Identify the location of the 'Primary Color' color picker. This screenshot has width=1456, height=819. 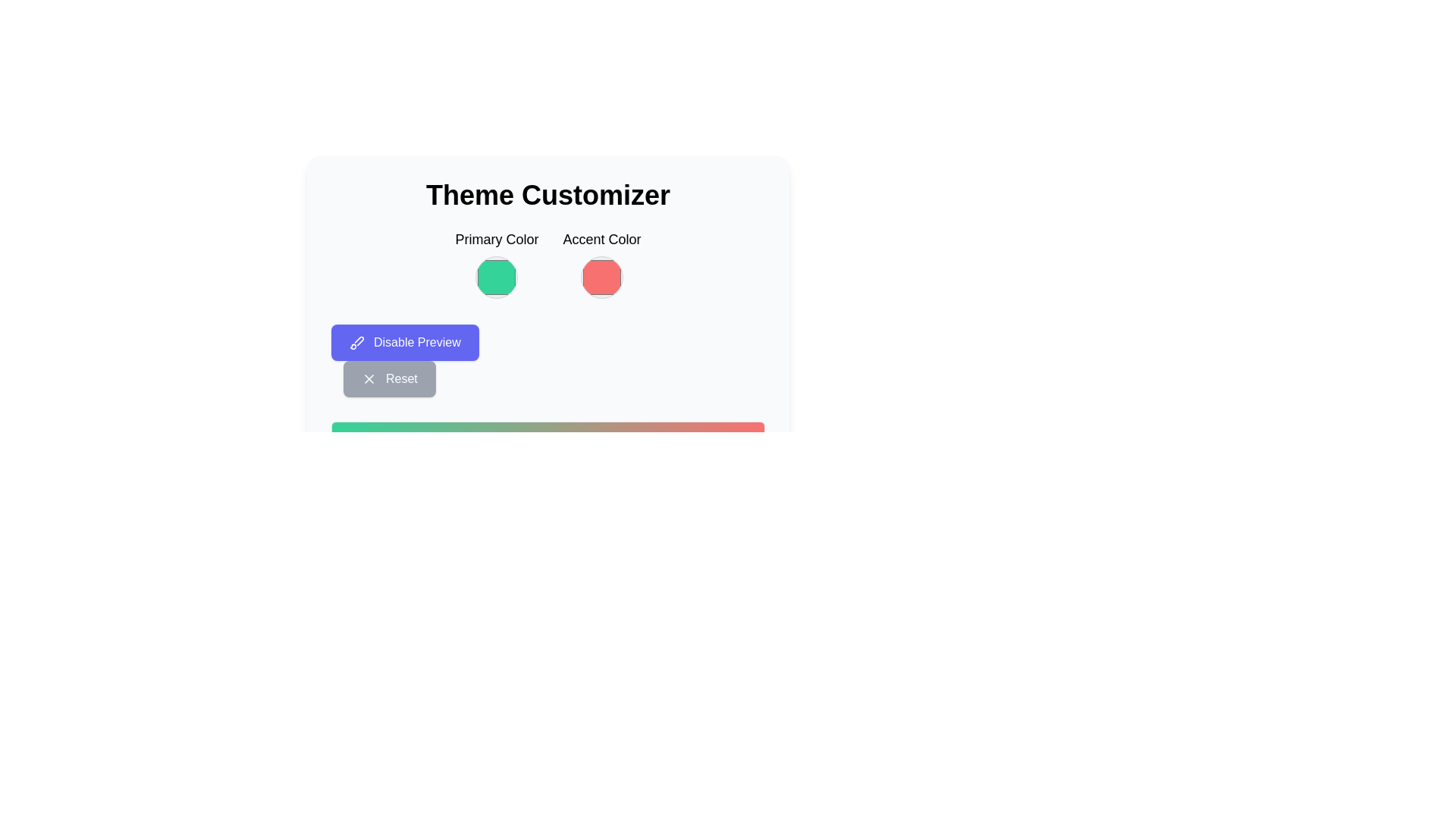
(497, 278).